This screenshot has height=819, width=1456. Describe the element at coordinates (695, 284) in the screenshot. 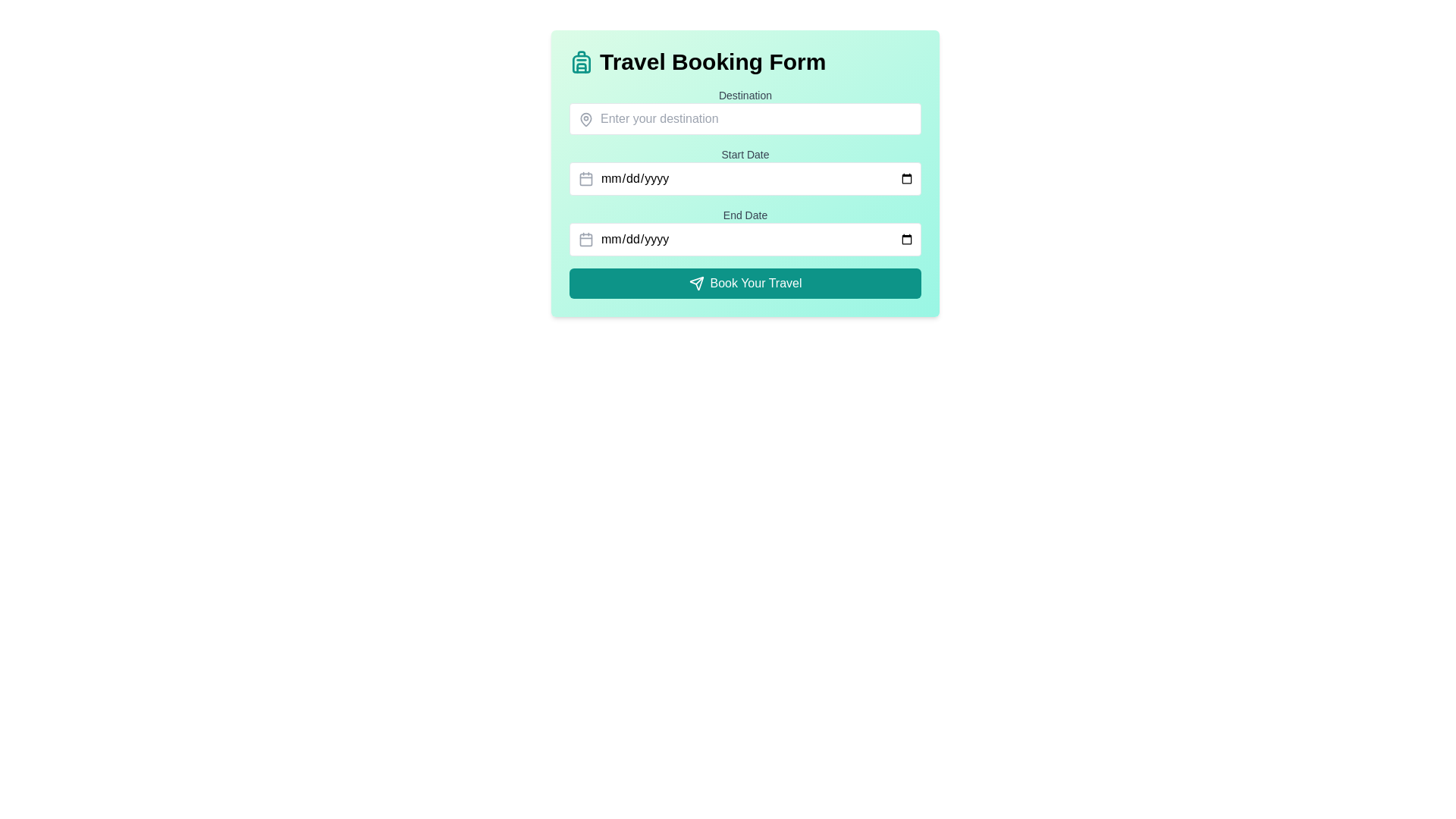

I see `the triangular-shaped icon resembling a paper plane, located to the left of the 'Book Your Travel' text within the button at the bottom of the travel booking form` at that location.